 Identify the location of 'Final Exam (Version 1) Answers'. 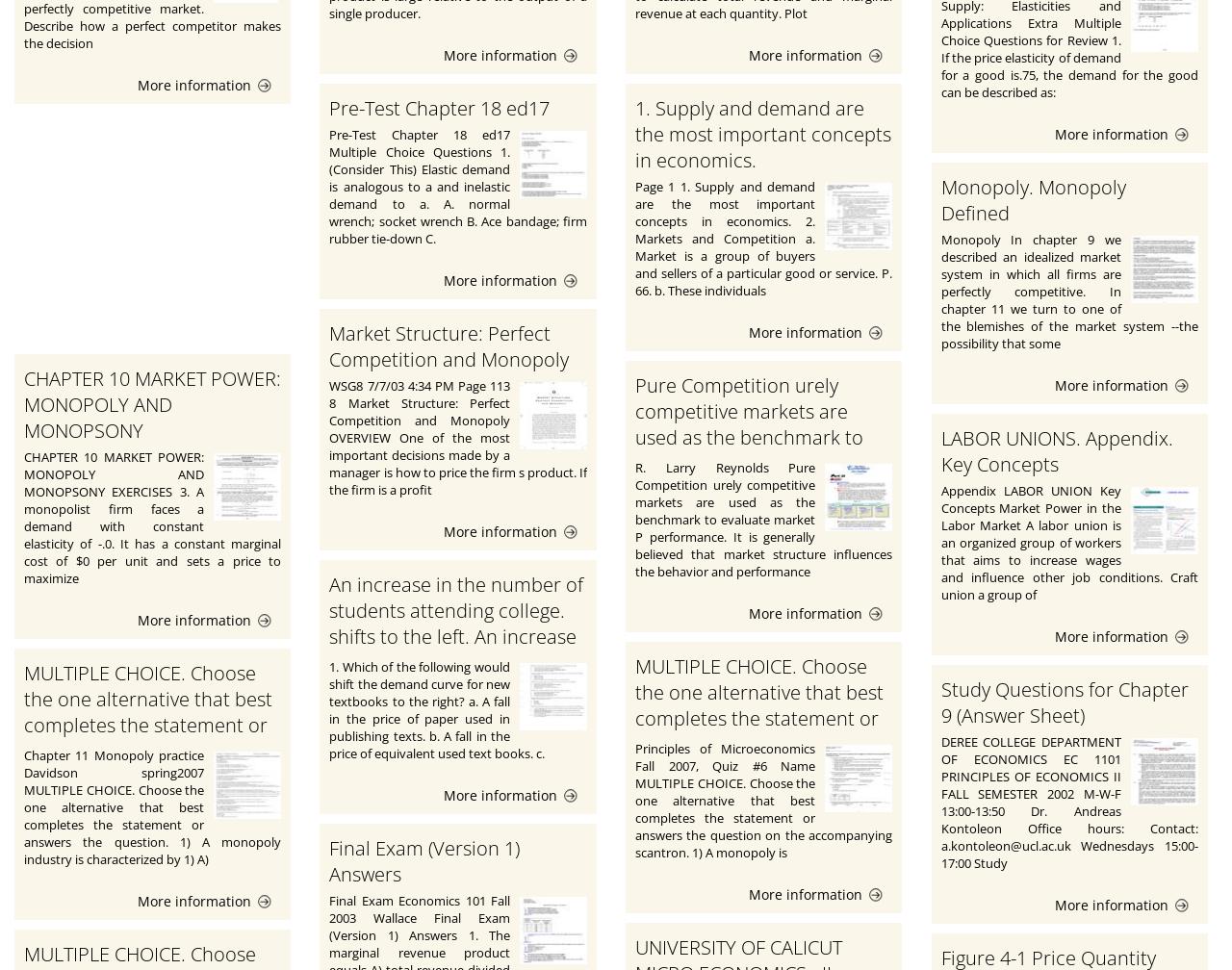
(329, 861).